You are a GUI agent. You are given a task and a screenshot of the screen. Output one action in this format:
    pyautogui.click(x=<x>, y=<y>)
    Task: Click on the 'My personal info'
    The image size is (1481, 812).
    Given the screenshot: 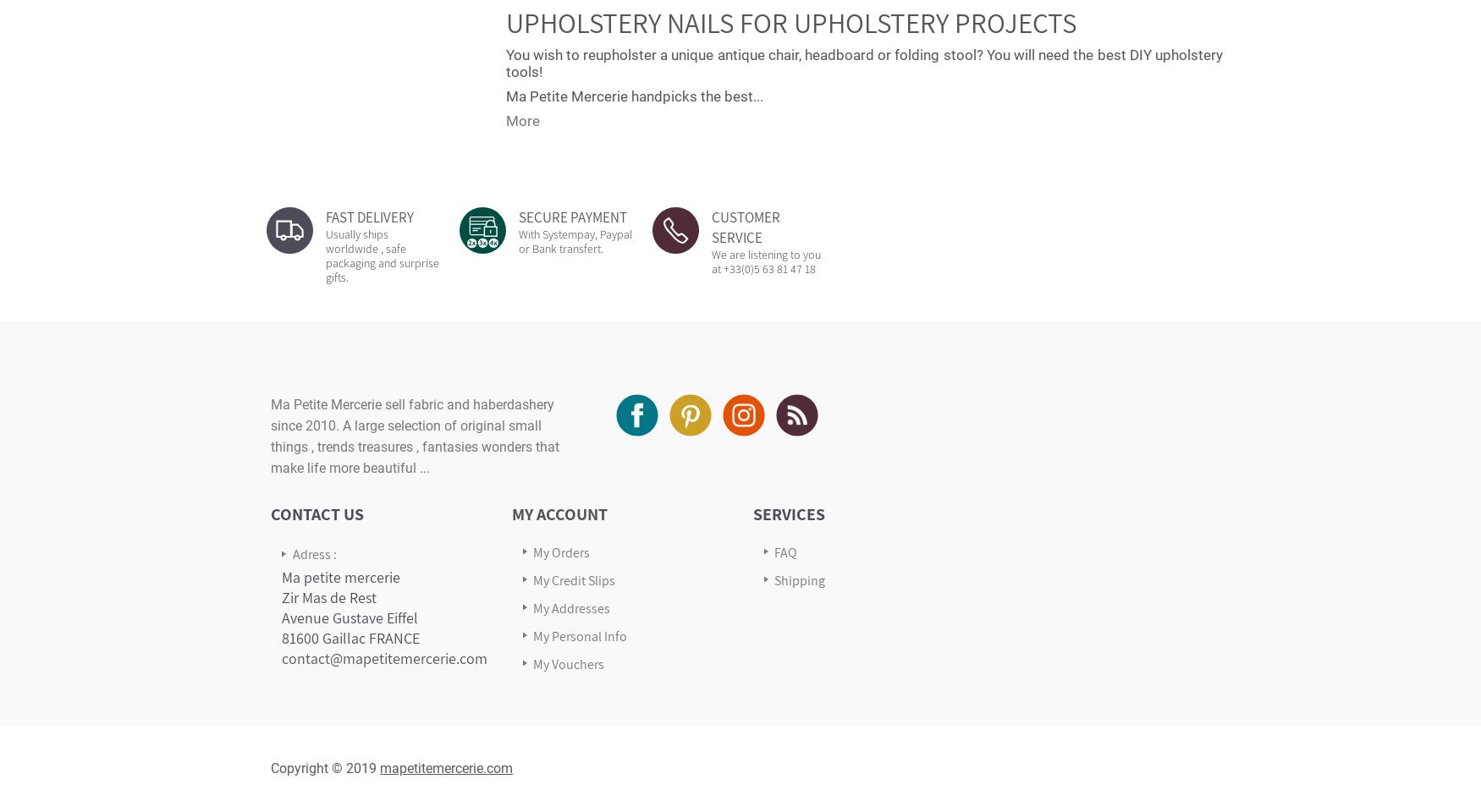 What is the action you would take?
    pyautogui.click(x=579, y=634)
    